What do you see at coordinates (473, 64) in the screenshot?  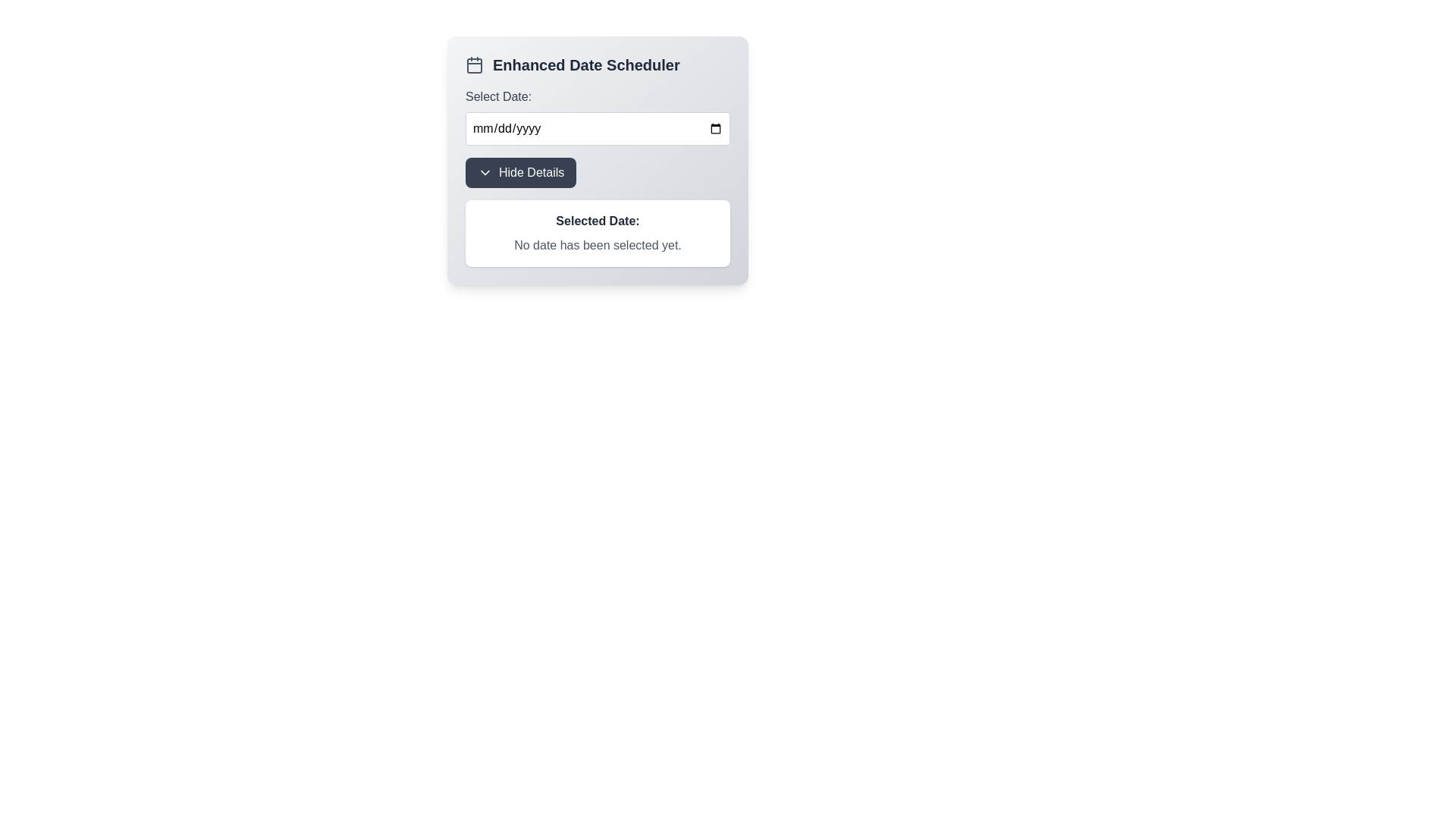 I see `the calendar icon that indicates date selection functionality` at bounding box center [473, 64].